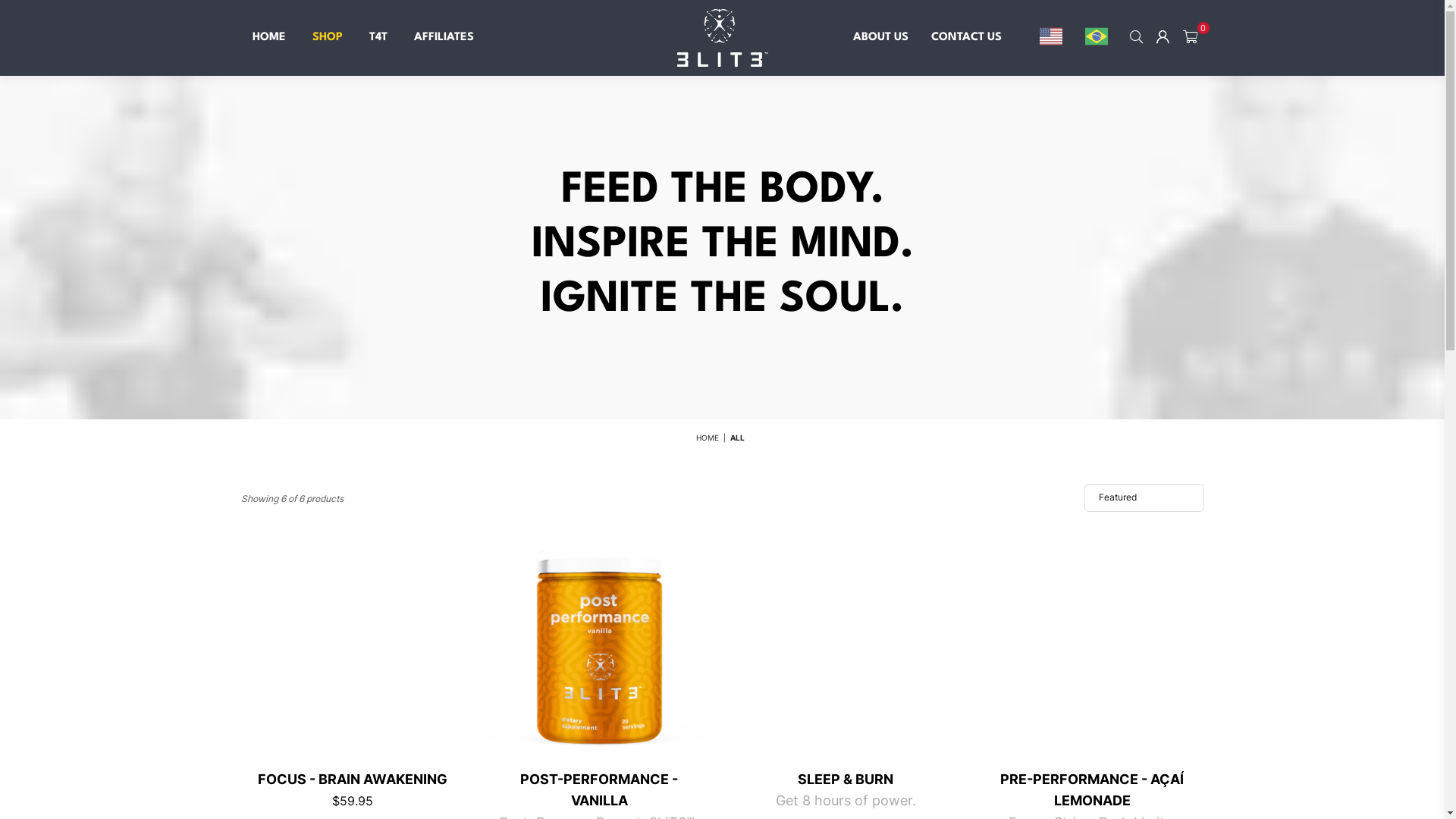 The width and height of the screenshot is (1456, 819). What do you see at coordinates (840, 37) in the screenshot?
I see `'ABOUT US'` at bounding box center [840, 37].